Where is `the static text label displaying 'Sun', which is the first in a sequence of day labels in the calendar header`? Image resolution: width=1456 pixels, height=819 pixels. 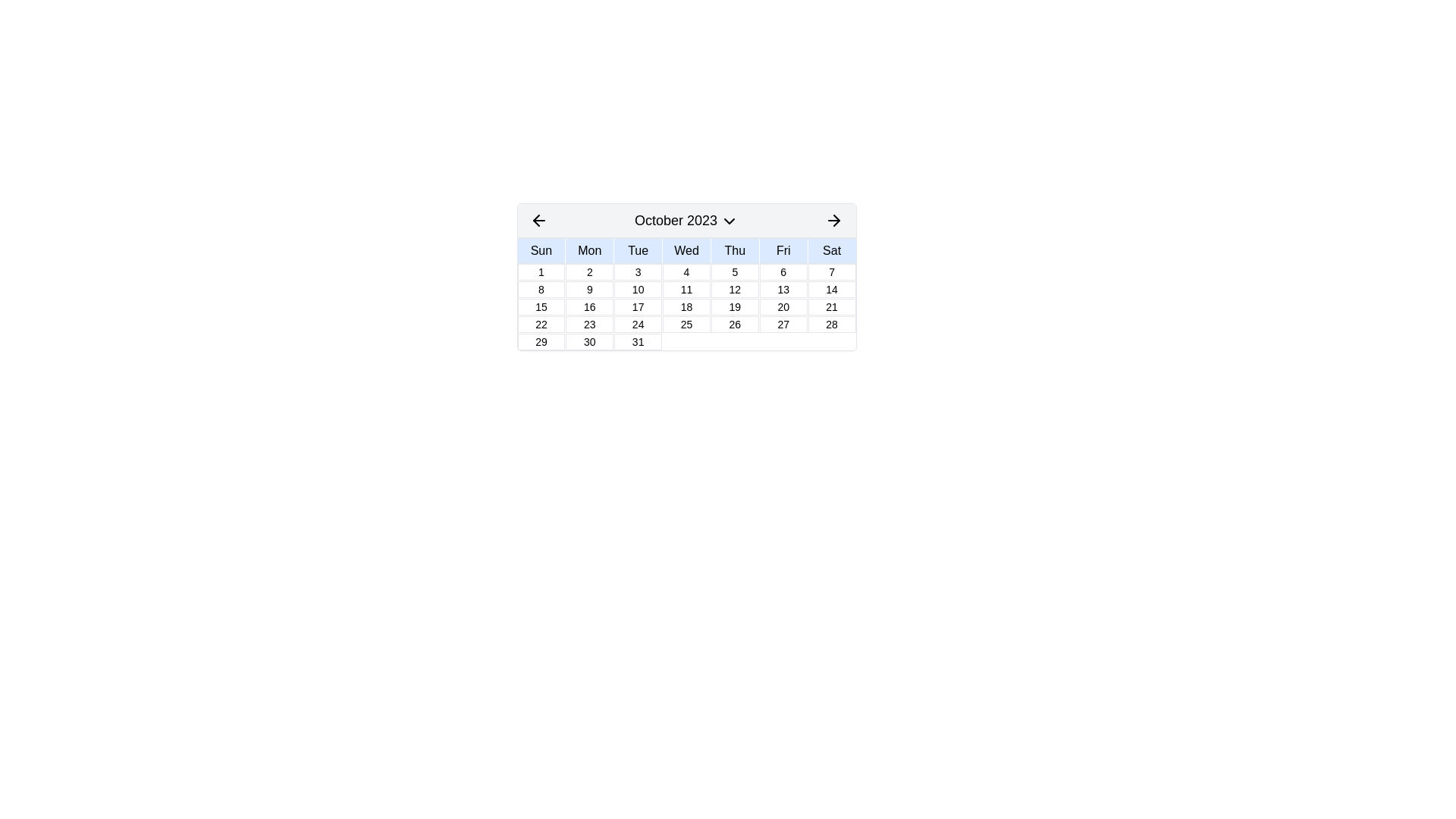 the static text label displaying 'Sun', which is the first in a sequence of day labels in the calendar header is located at coordinates (541, 250).